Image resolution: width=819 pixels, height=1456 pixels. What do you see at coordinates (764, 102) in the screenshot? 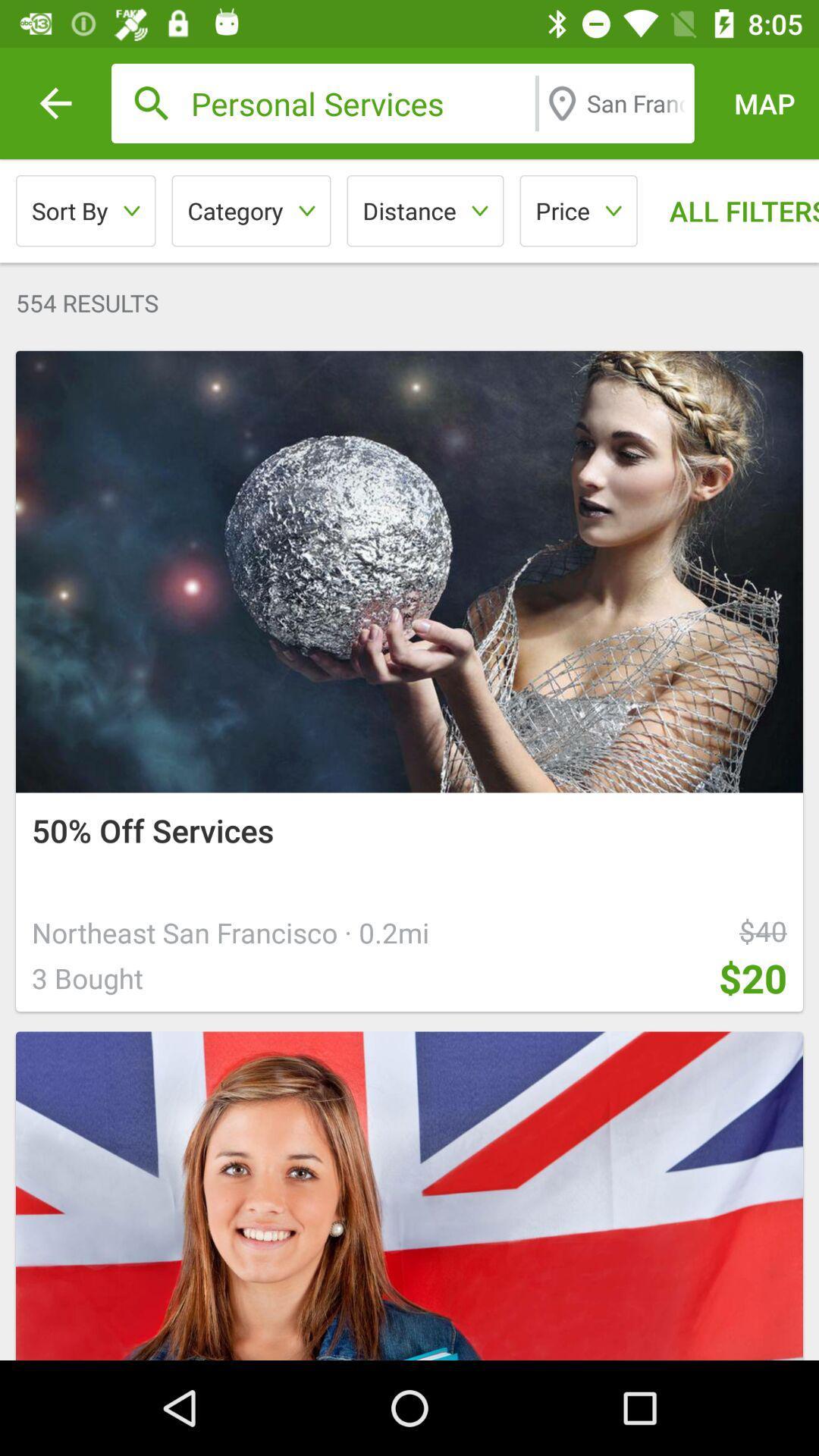
I see `icon above all filters icon` at bounding box center [764, 102].